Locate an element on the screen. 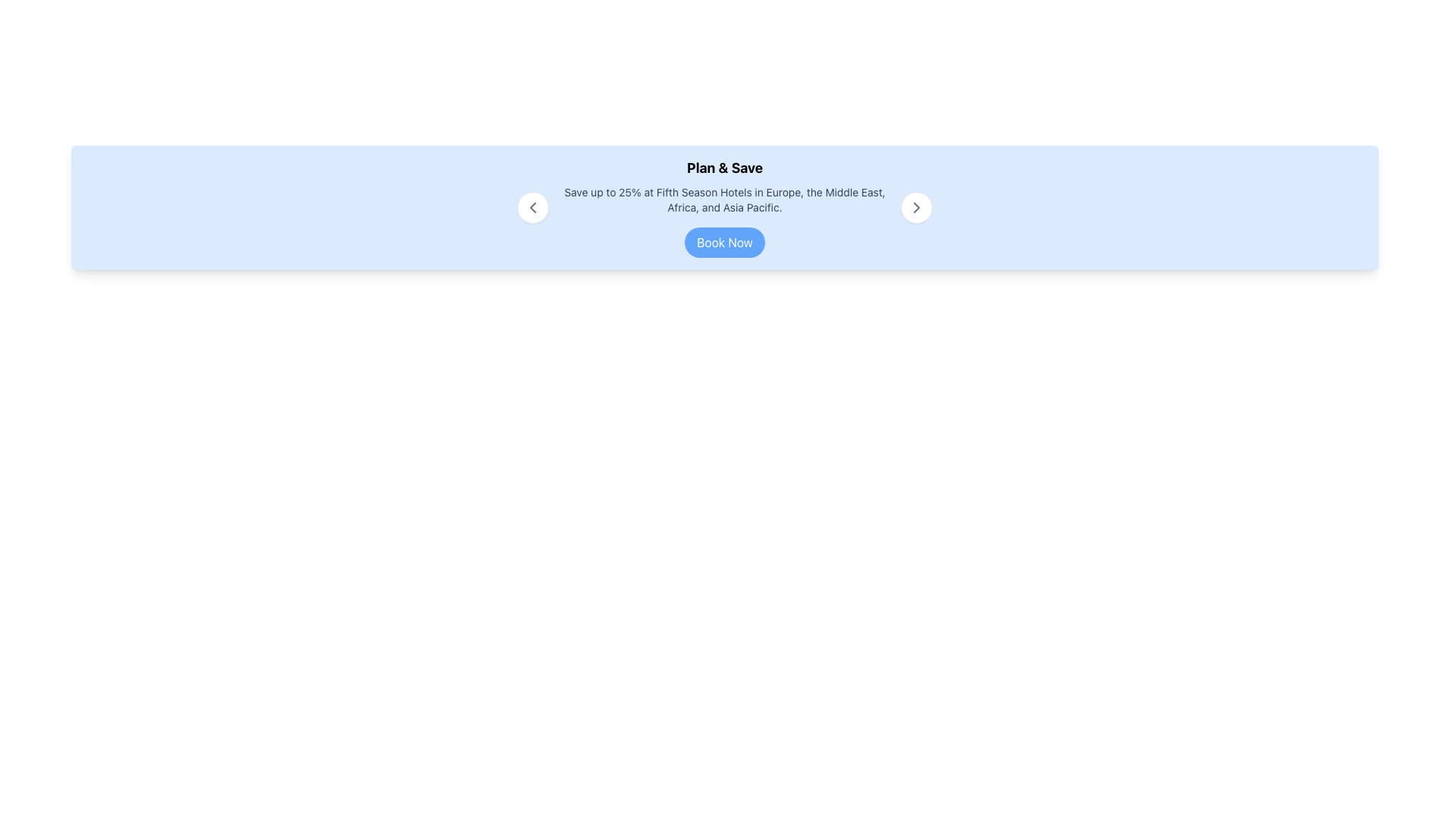 Image resolution: width=1456 pixels, height=819 pixels. the chevron icon indicating forward navigation located in the right circular icon of the blue banner, which is part of a promotional offer interface is located at coordinates (916, 207).